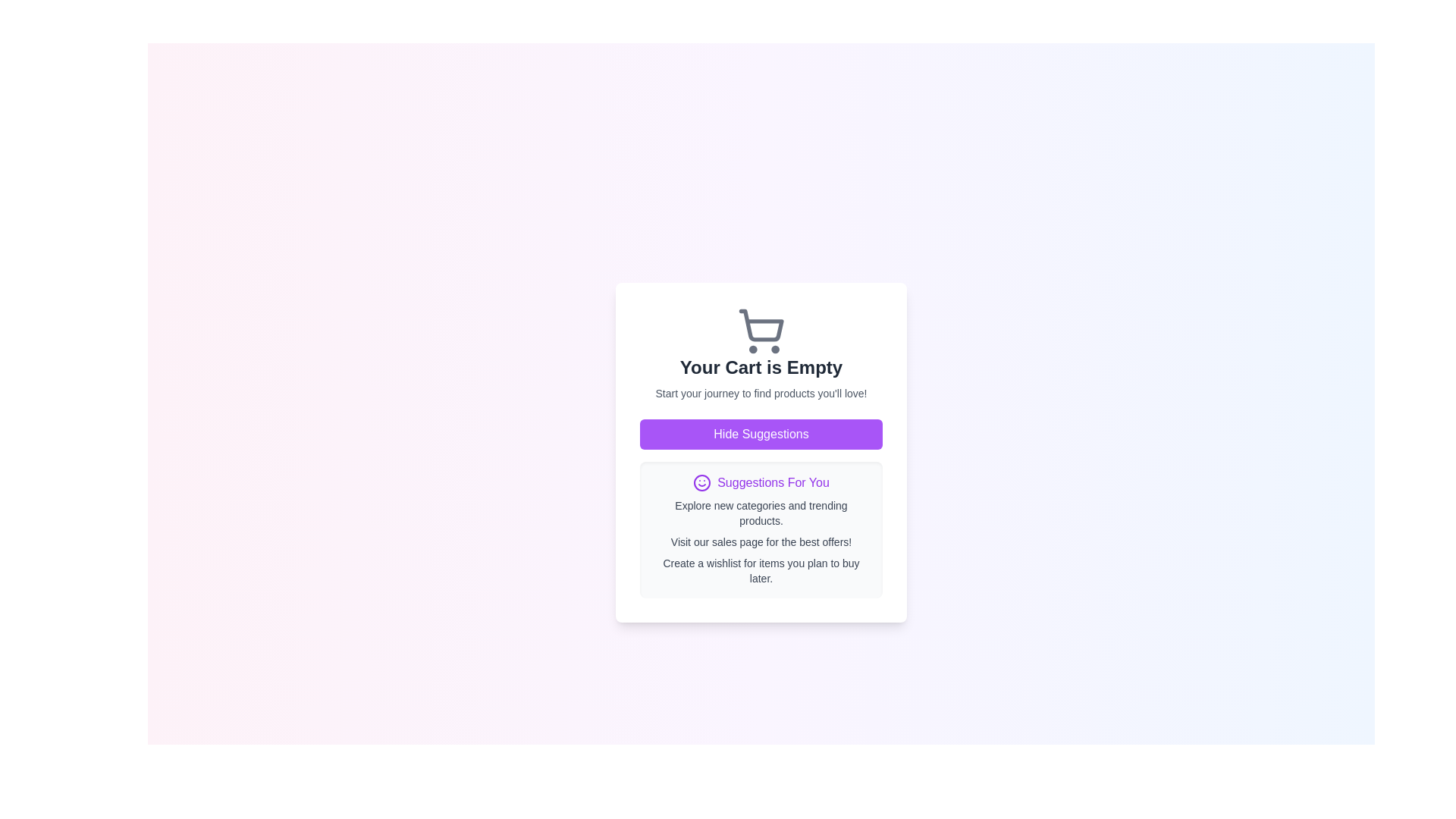 The image size is (1456, 819). Describe the element at coordinates (773, 482) in the screenshot. I see `text label indicating recommendations or personalized suggestions, which is positioned to the right of a smiley face icon in the center of a card-like UI box` at that location.